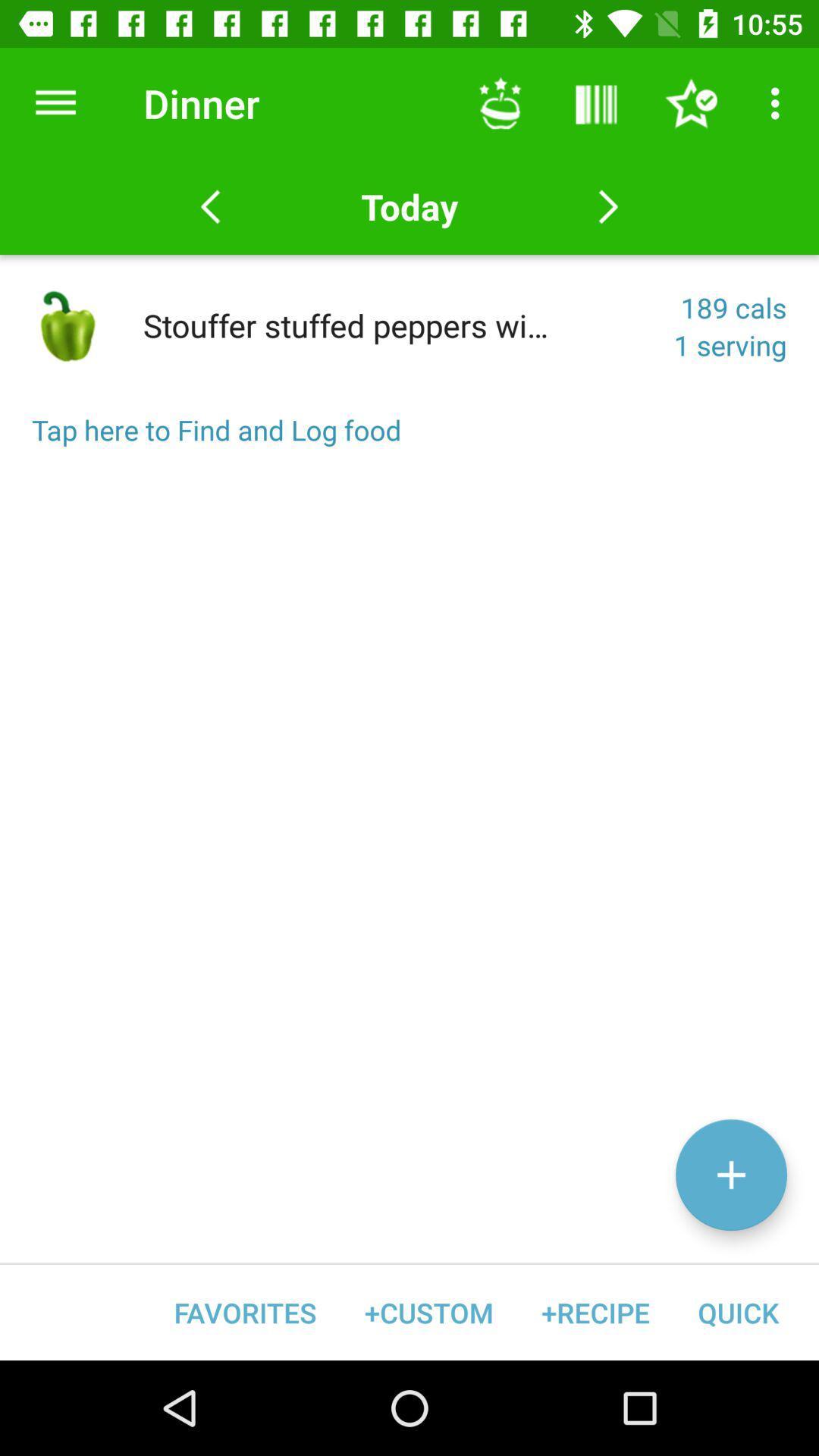  I want to click on icon to the left of the +recipe icon, so click(428, 1312).